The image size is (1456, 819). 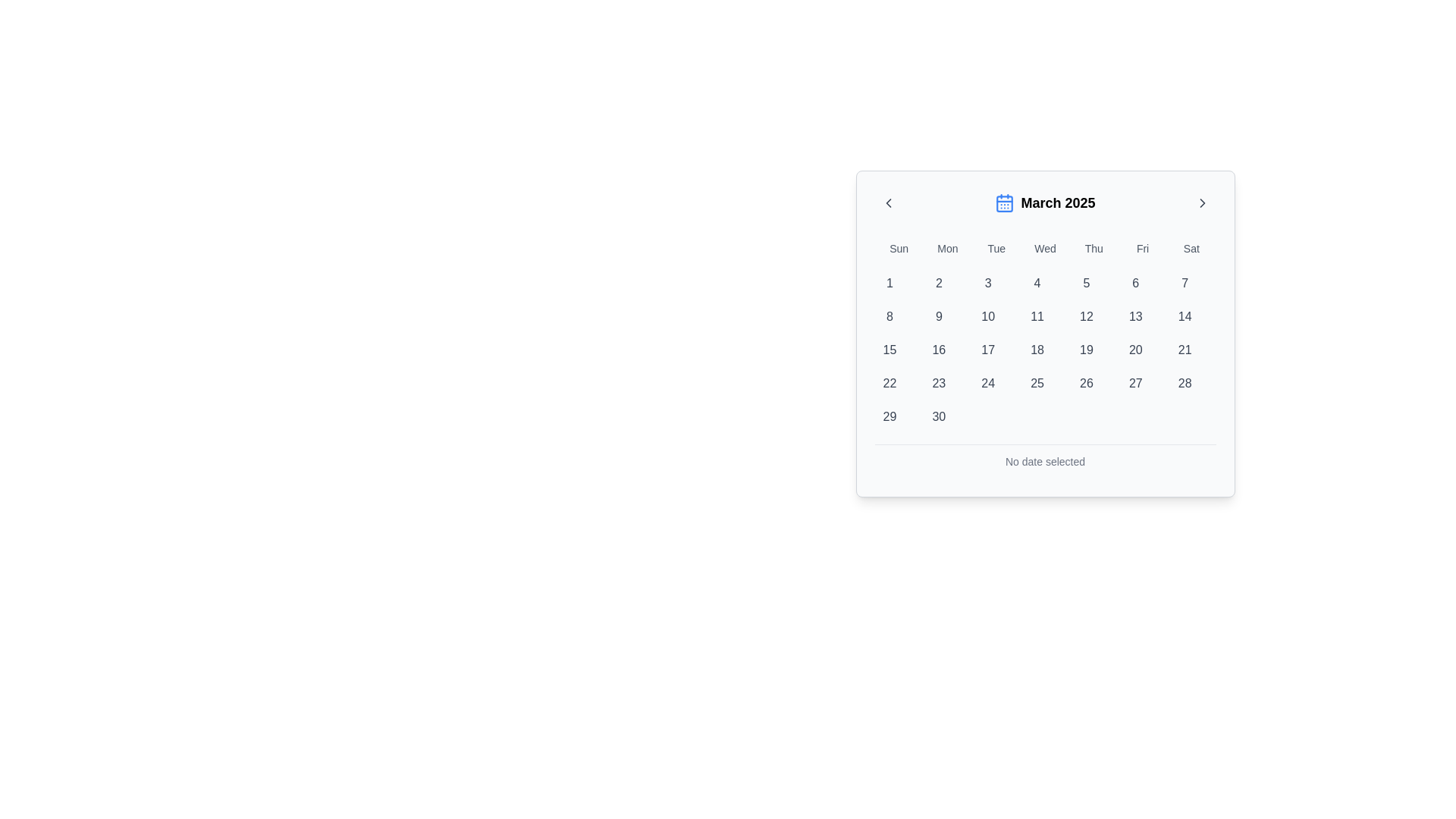 I want to click on the rounded button labeled '15' located in the fifth row under the 'Sun' weekday column, so click(x=890, y=350).